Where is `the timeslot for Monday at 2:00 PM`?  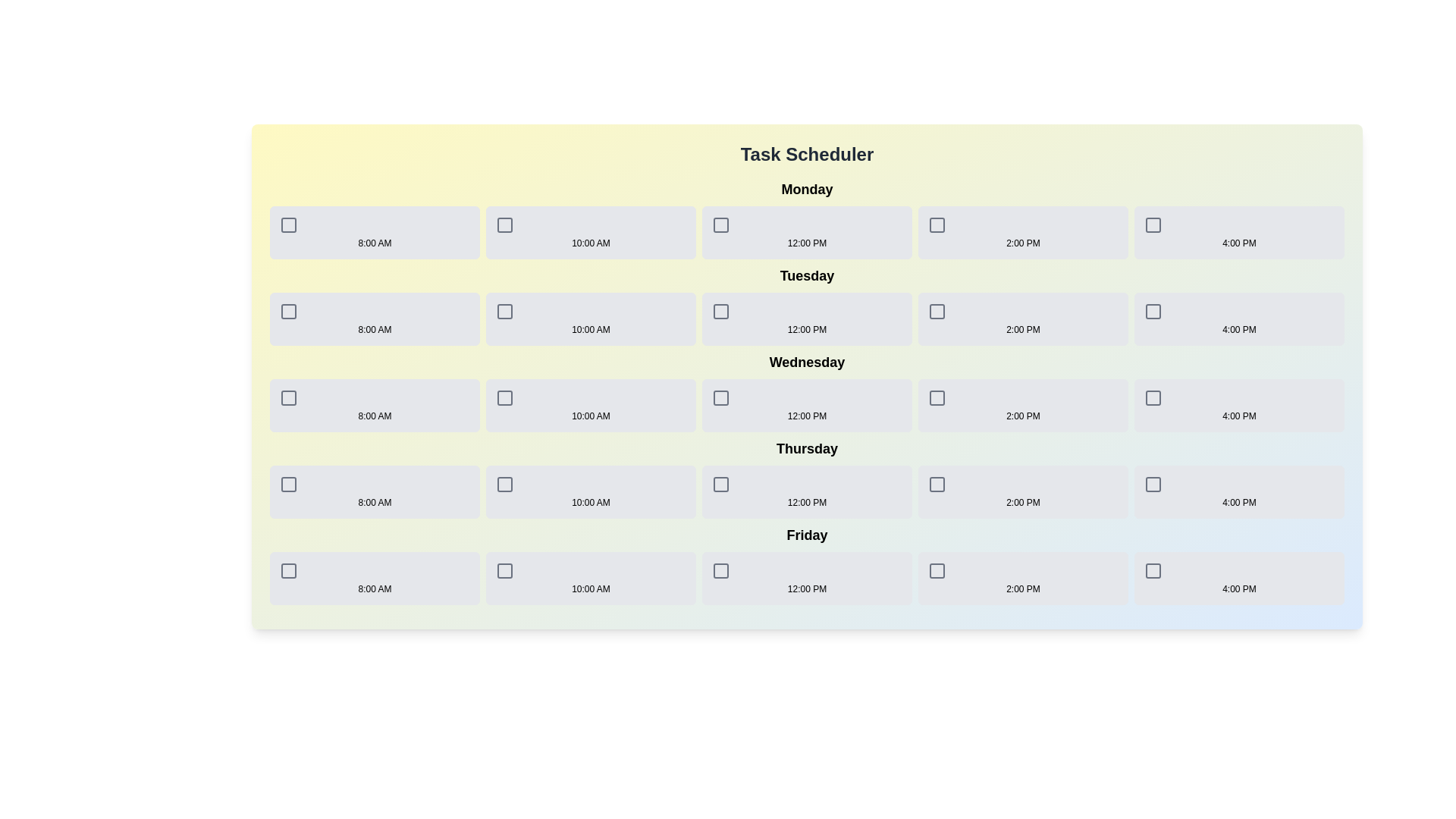 the timeslot for Monday at 2:00 PM is located at coordinates (1023, 233).